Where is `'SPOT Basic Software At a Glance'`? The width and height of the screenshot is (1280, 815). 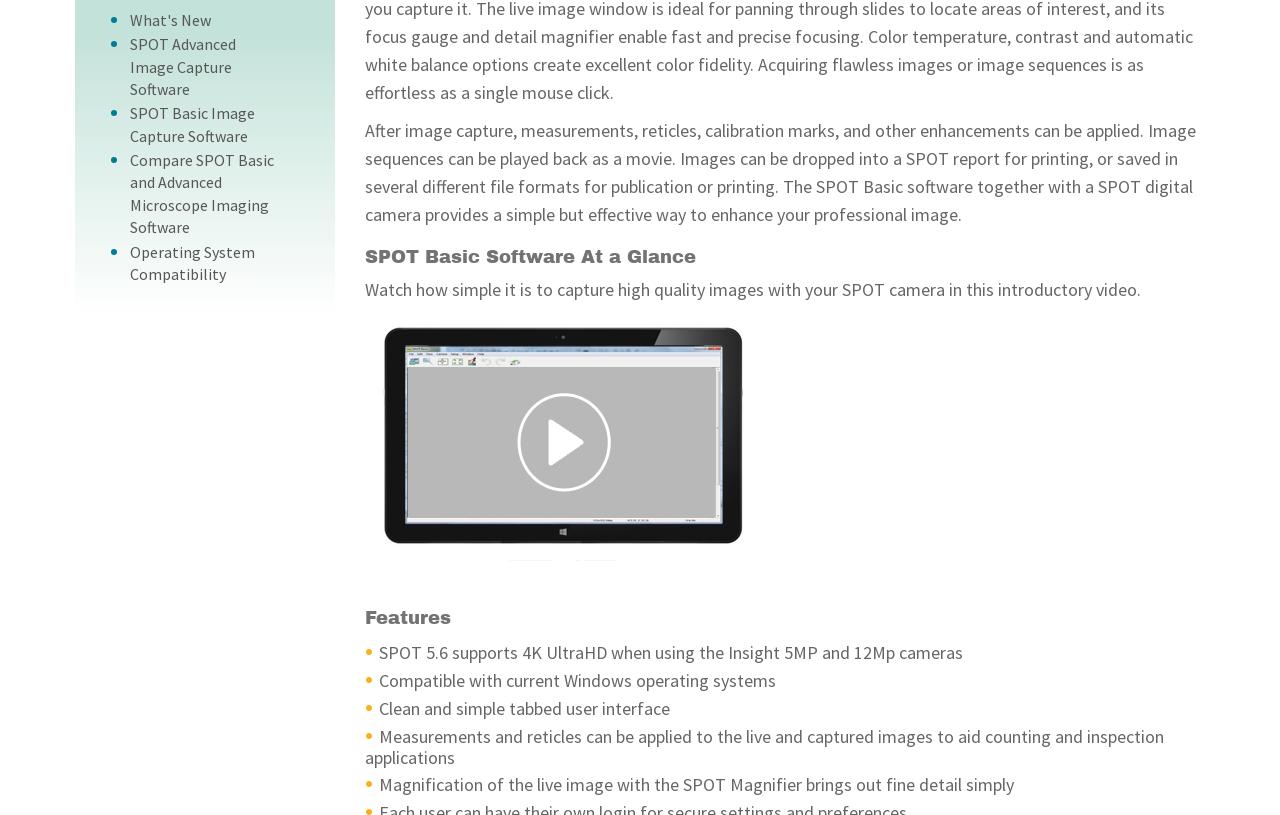
'SPOT Basic Software At a Glance' is located at coordinates (530, 255).